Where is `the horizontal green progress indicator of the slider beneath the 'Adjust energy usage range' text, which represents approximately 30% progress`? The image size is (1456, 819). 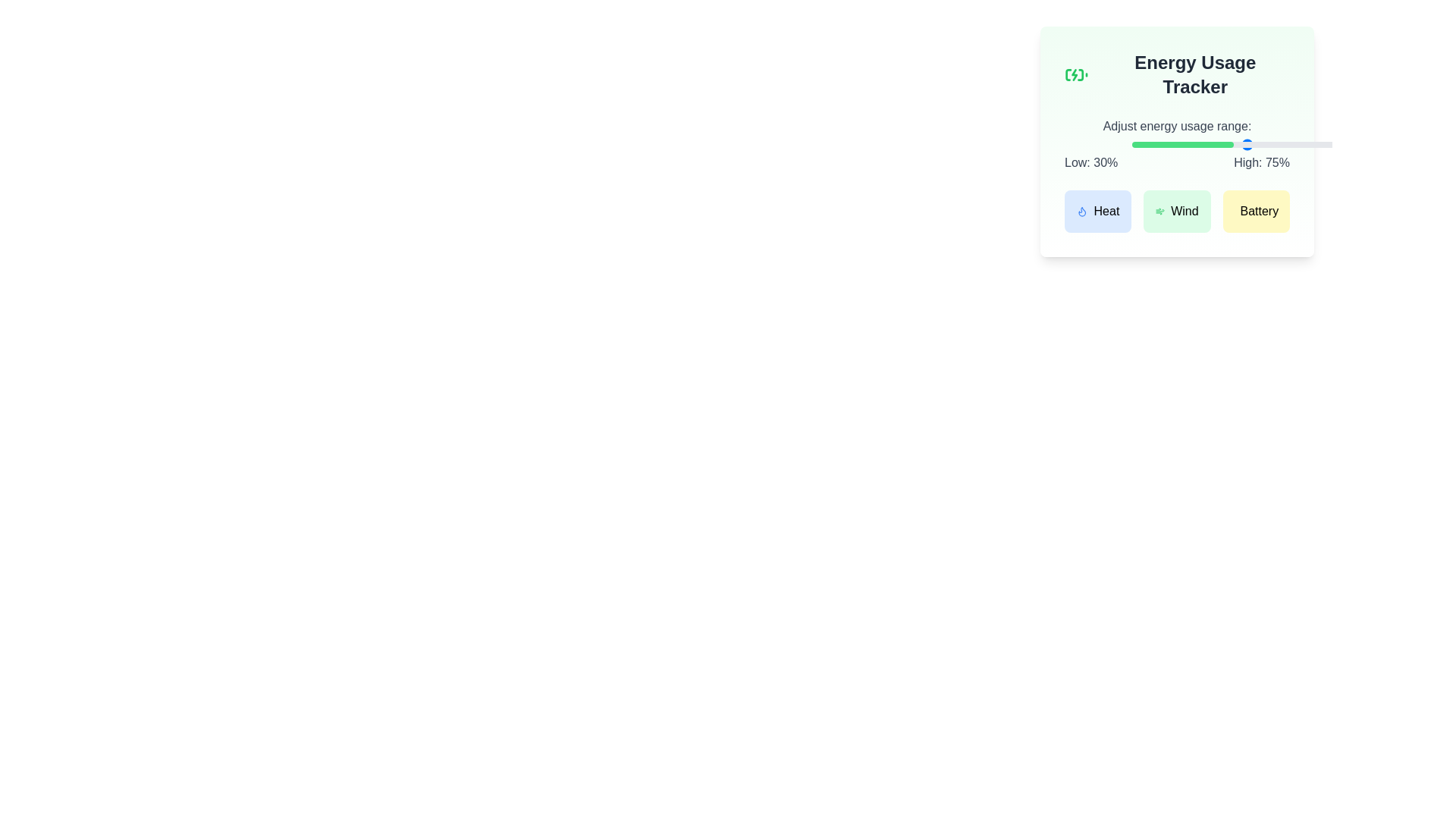
the horizontal green progress indicator of the slider beneath the 'Adjust energy usage range' text, which represents approximately 30% progress is located at coordinates (1182, 145).